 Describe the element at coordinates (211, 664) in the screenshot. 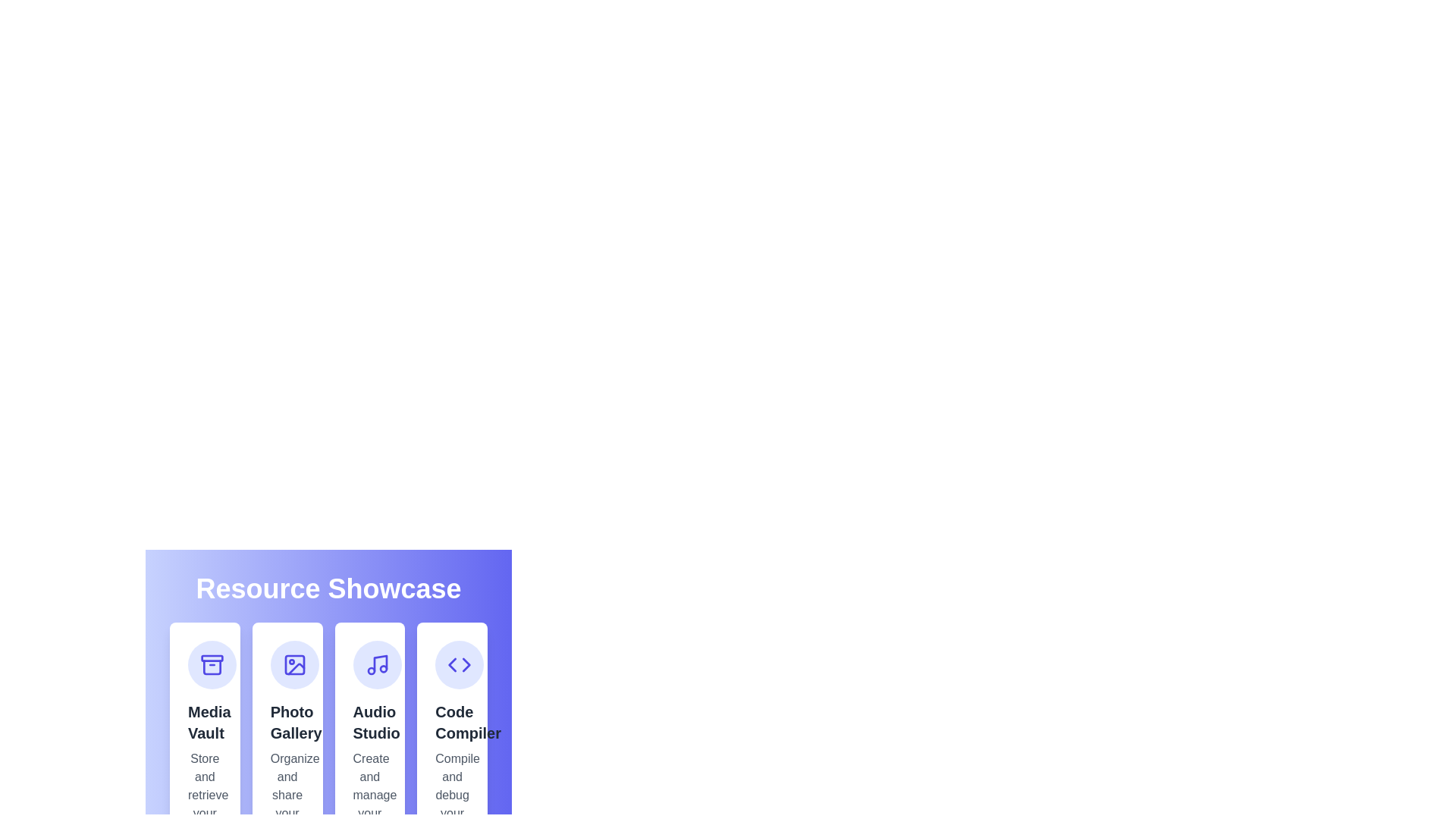

I see `the archive icon located within the first card section of the 'Resource Showcase' area, which is centered in a circular area` at that location.